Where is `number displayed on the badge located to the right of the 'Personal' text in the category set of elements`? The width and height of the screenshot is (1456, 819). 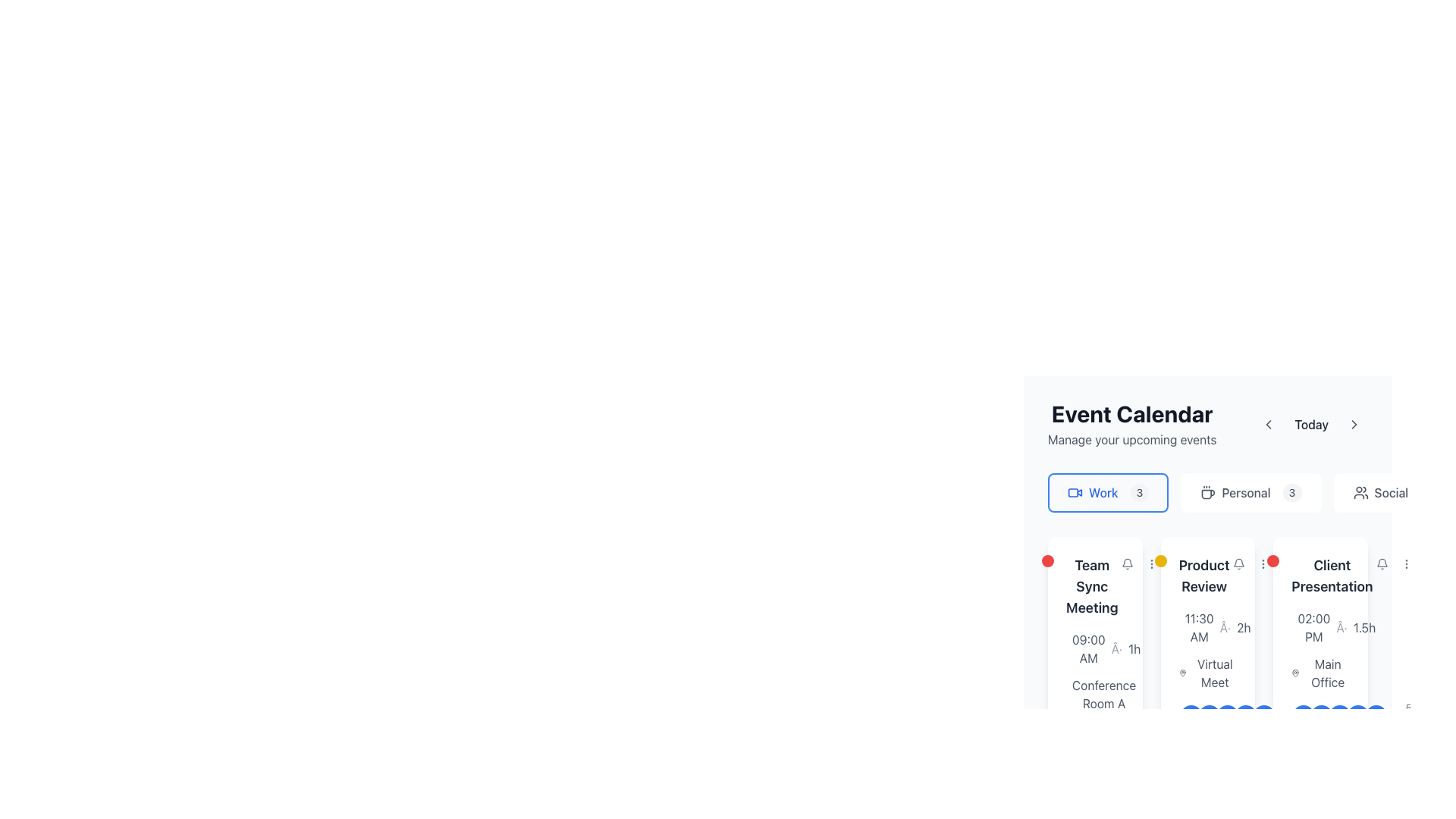
number displayed on the badge located to the right of the 'Personal' text in the category set of elements is located at coordinates (1291, 493).